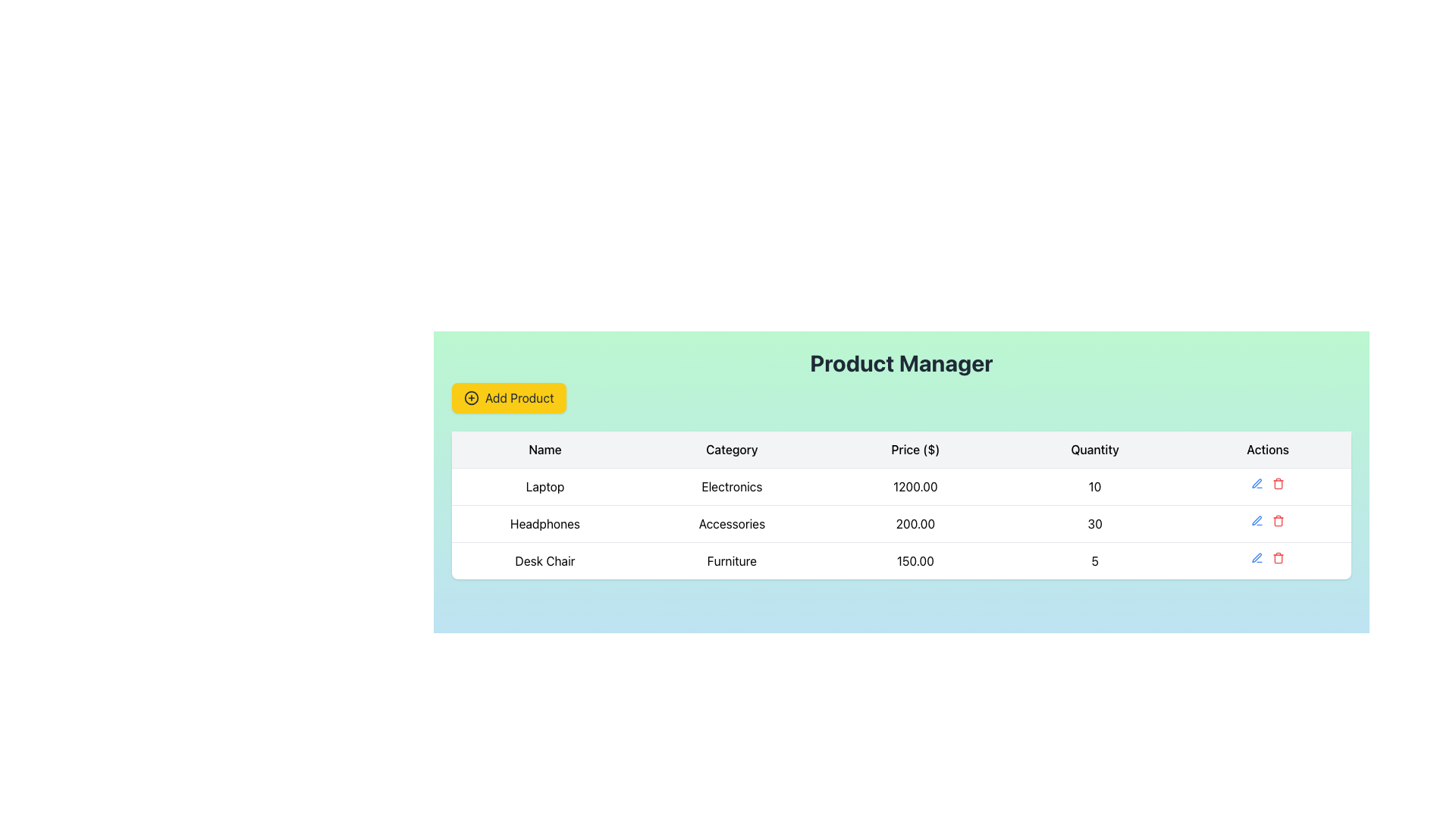 Image resolution: width=1456 pixels, height=819 pixels. Describe the element at coordinates (1257, 519) in the screenshot. I see `the edit icon button representing the edit functionality in the Actions column of the second row in the Product Manager table for the product 'Headphones'` at that location.